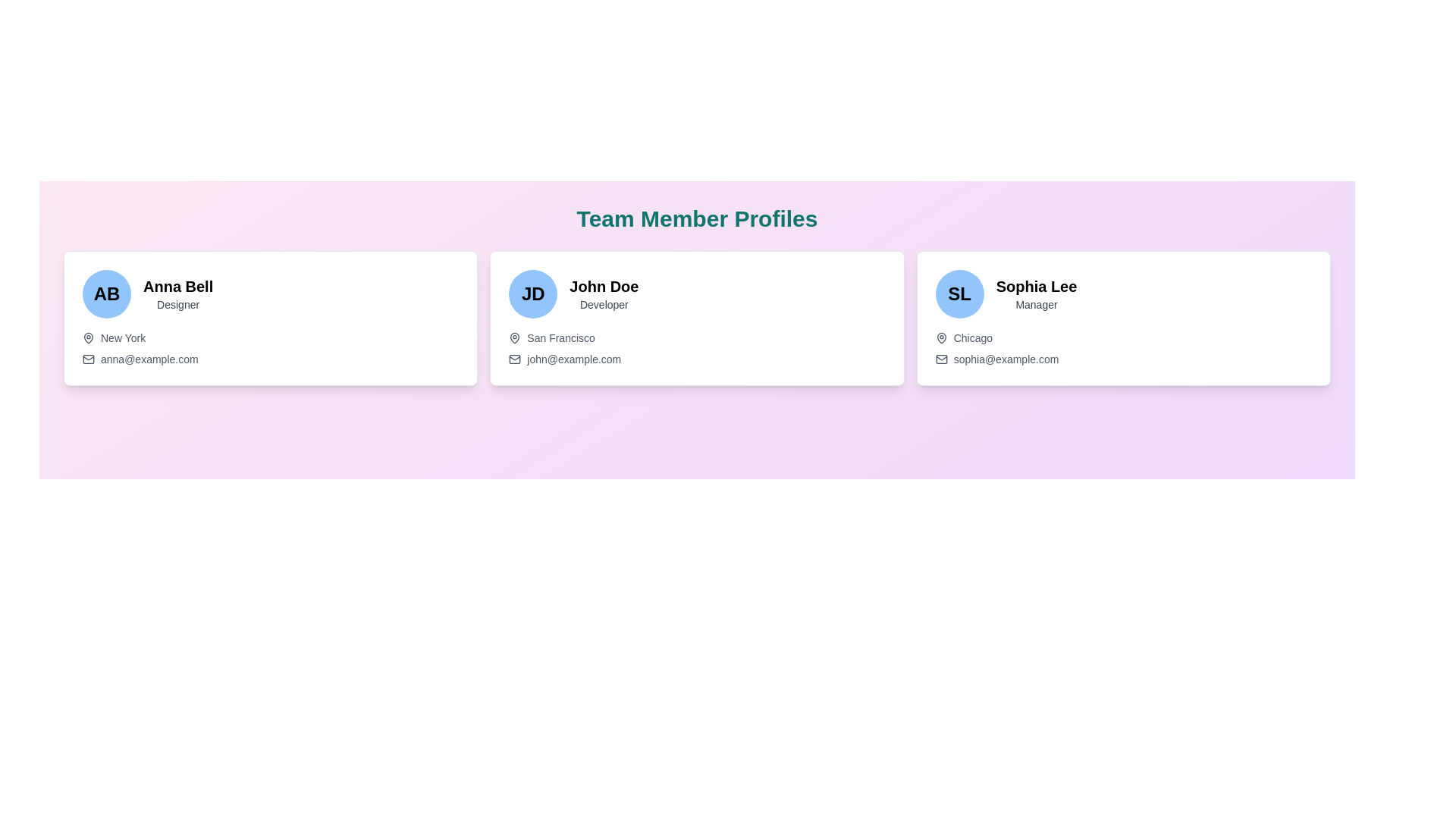 The height and width of the screenshot is (819, 1456). I want to click on the small map pin icon located to the left of the text 'New York' within the card belonging to 'Anna Bell', so click(87, 337).